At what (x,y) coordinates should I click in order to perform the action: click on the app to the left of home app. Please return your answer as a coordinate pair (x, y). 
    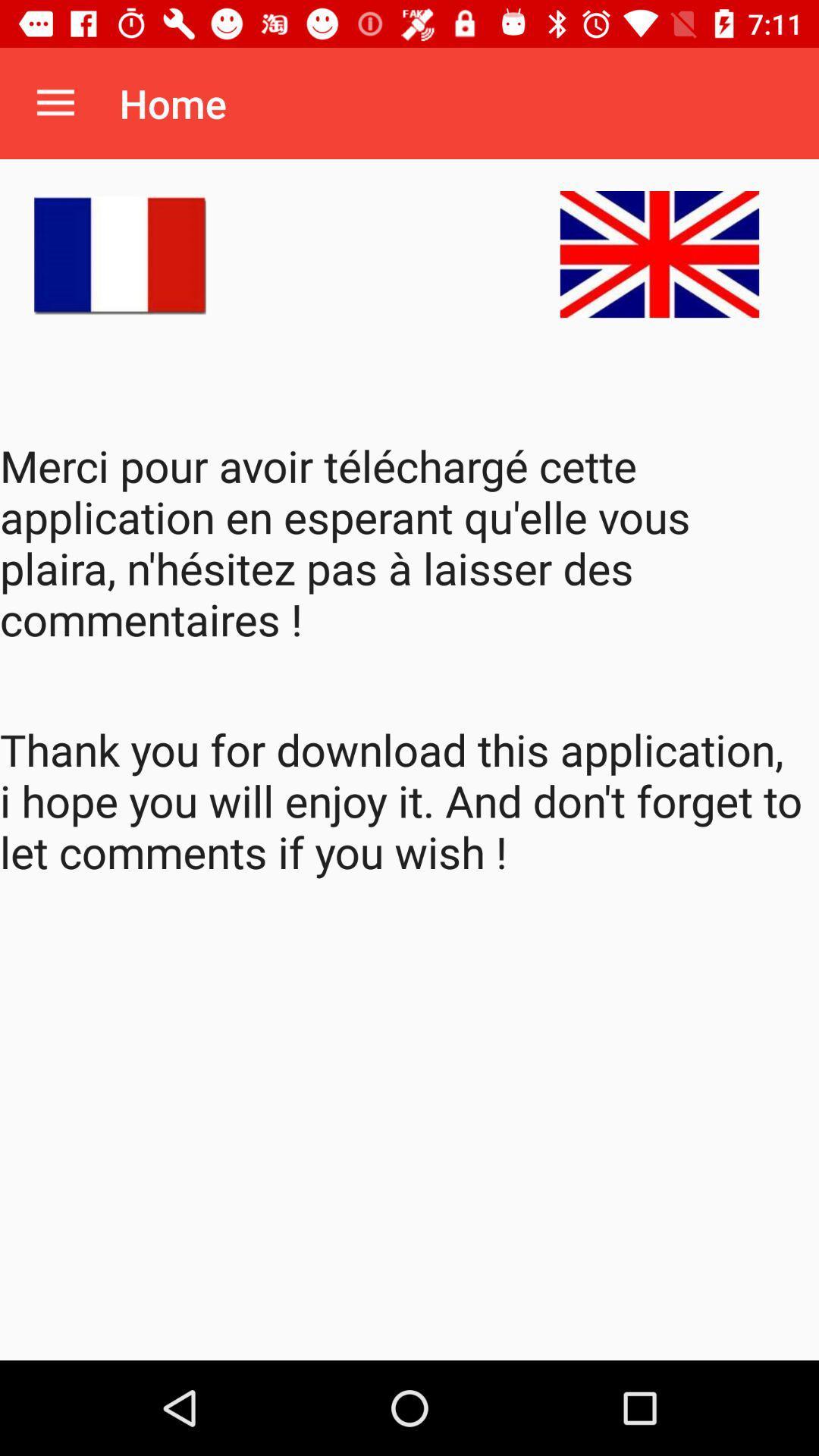
    Looking at the image, I should click on (55, 102).